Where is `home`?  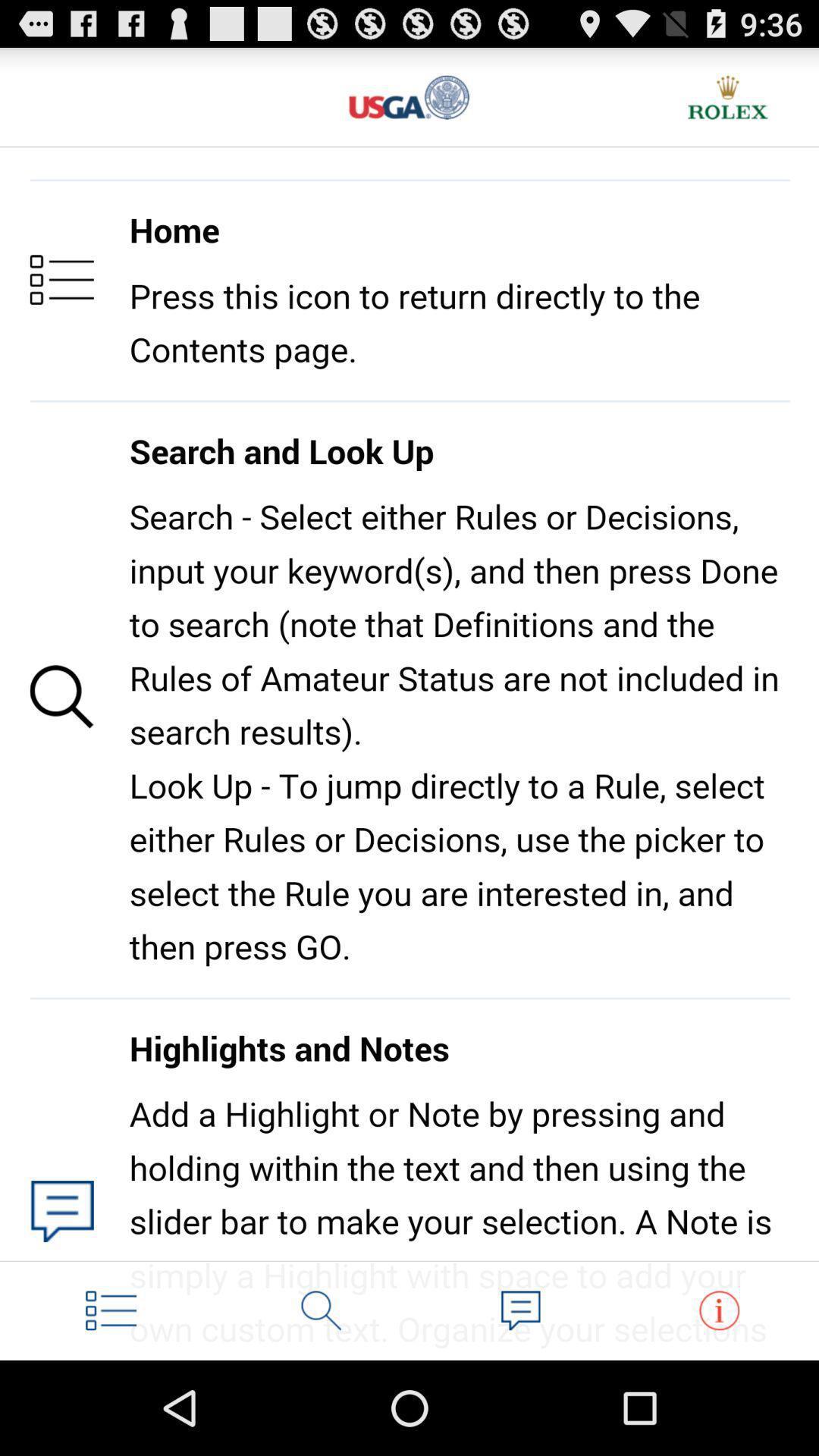
home is located at coordinates (110, 1310).